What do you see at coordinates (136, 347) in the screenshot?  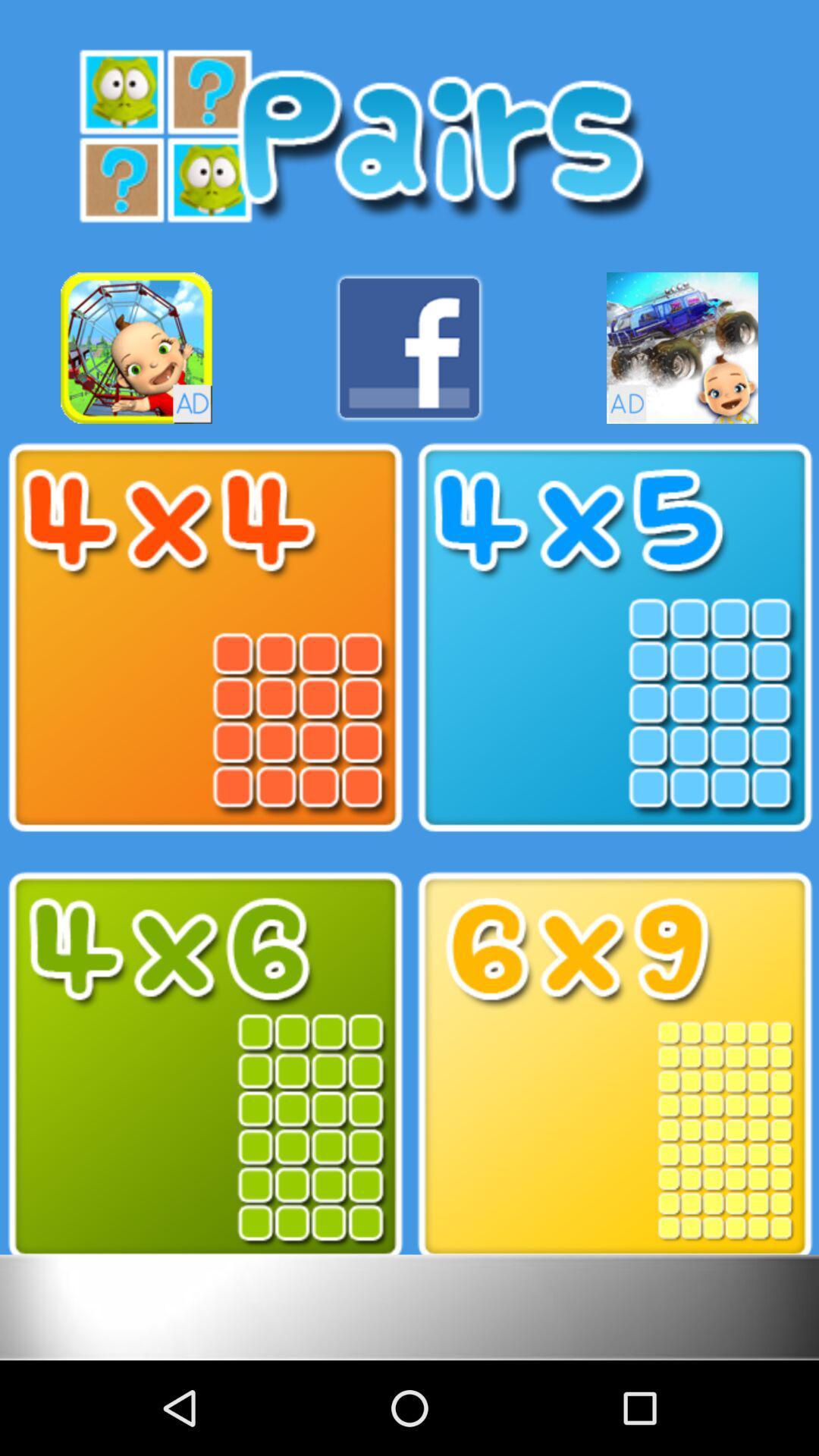 I see `advertising icon` at bounding box center [136, 347].